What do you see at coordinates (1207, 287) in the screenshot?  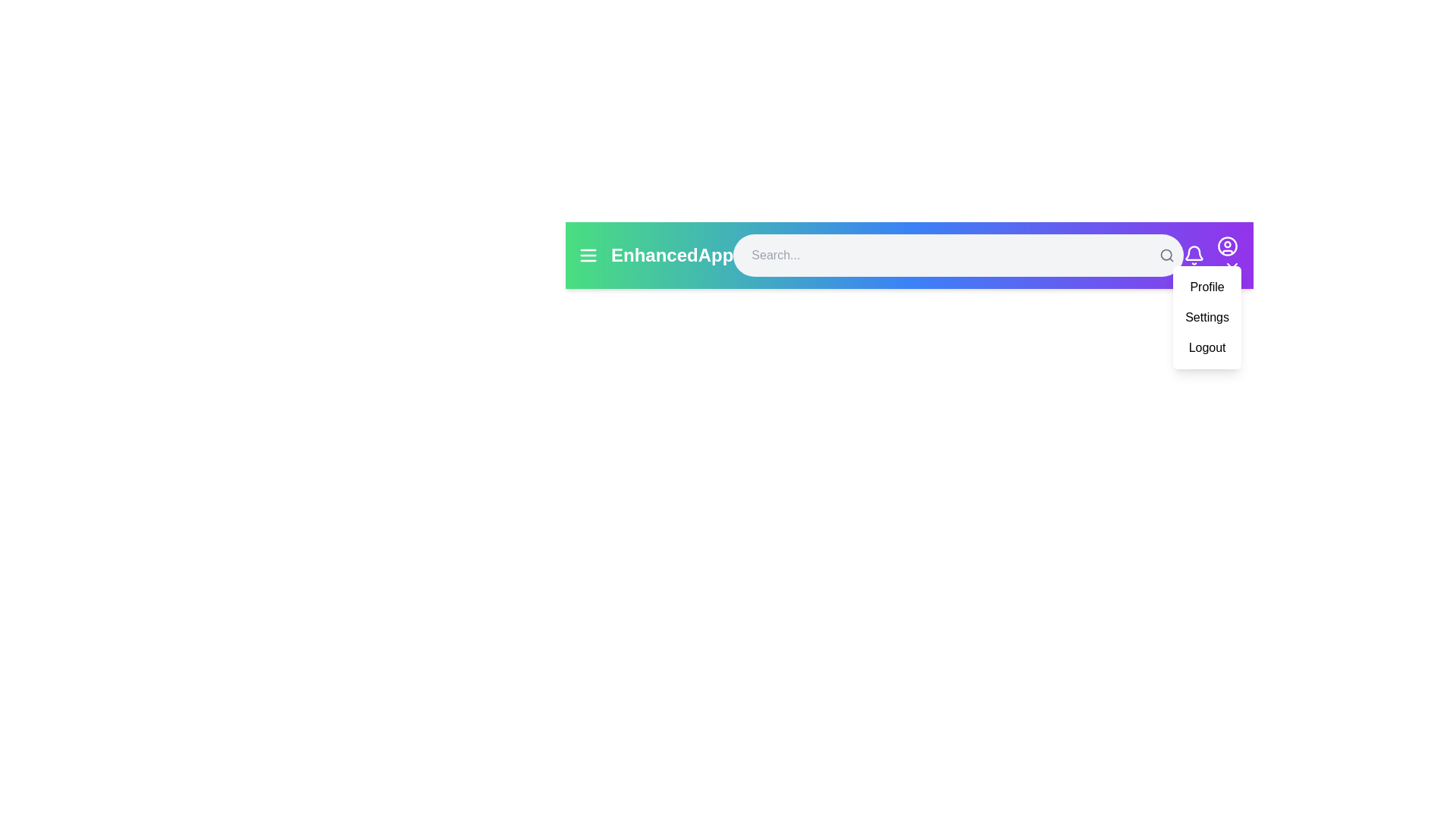 I see `the Profile option from the user menu` at bounding box center [1207, 287].